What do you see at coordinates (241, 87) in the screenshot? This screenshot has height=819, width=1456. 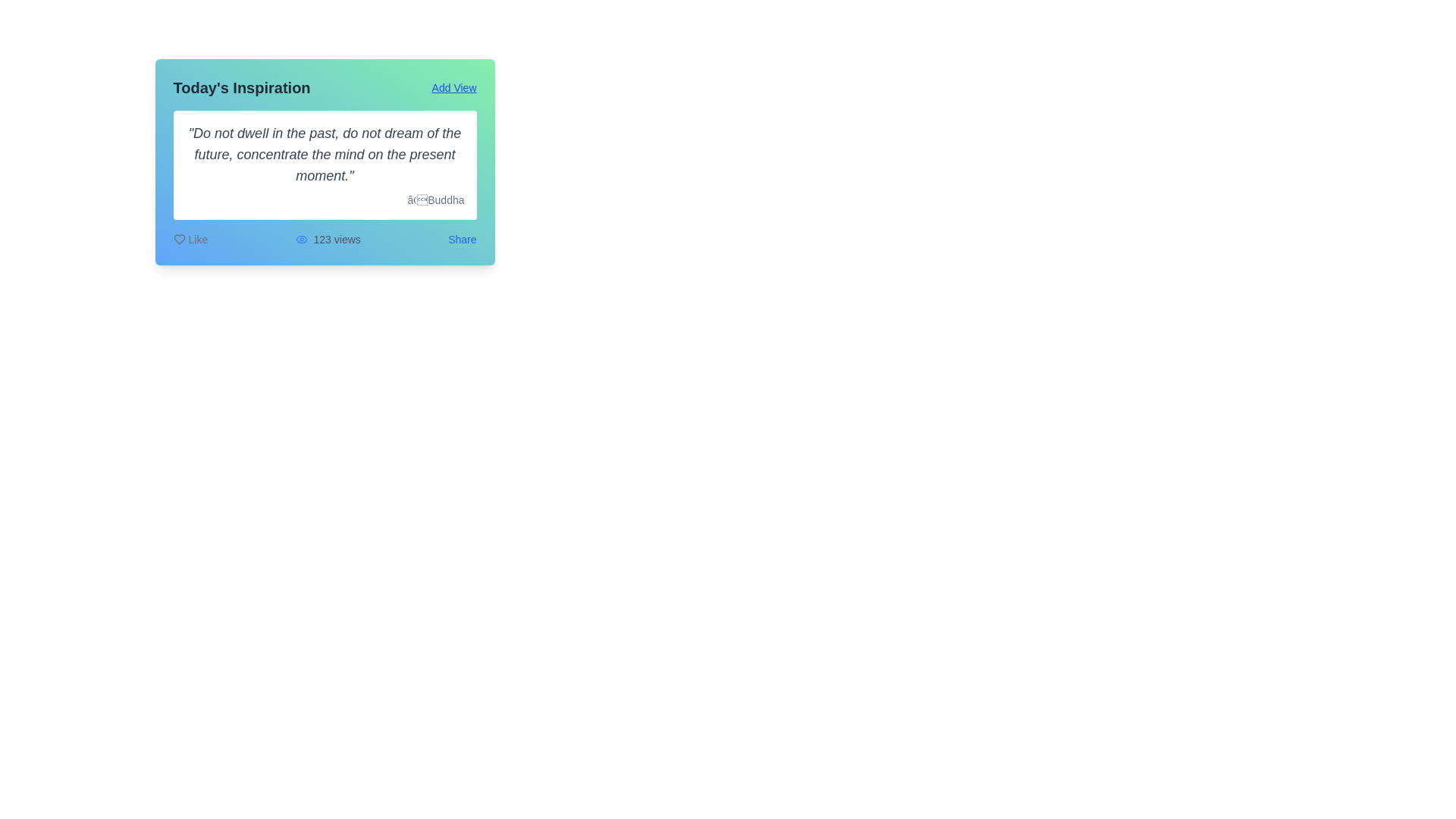 I see `the static text label that reads 'Today's Inspiration', which is located in the top-left section of a card-like interface` at bounding box center [241, 87].